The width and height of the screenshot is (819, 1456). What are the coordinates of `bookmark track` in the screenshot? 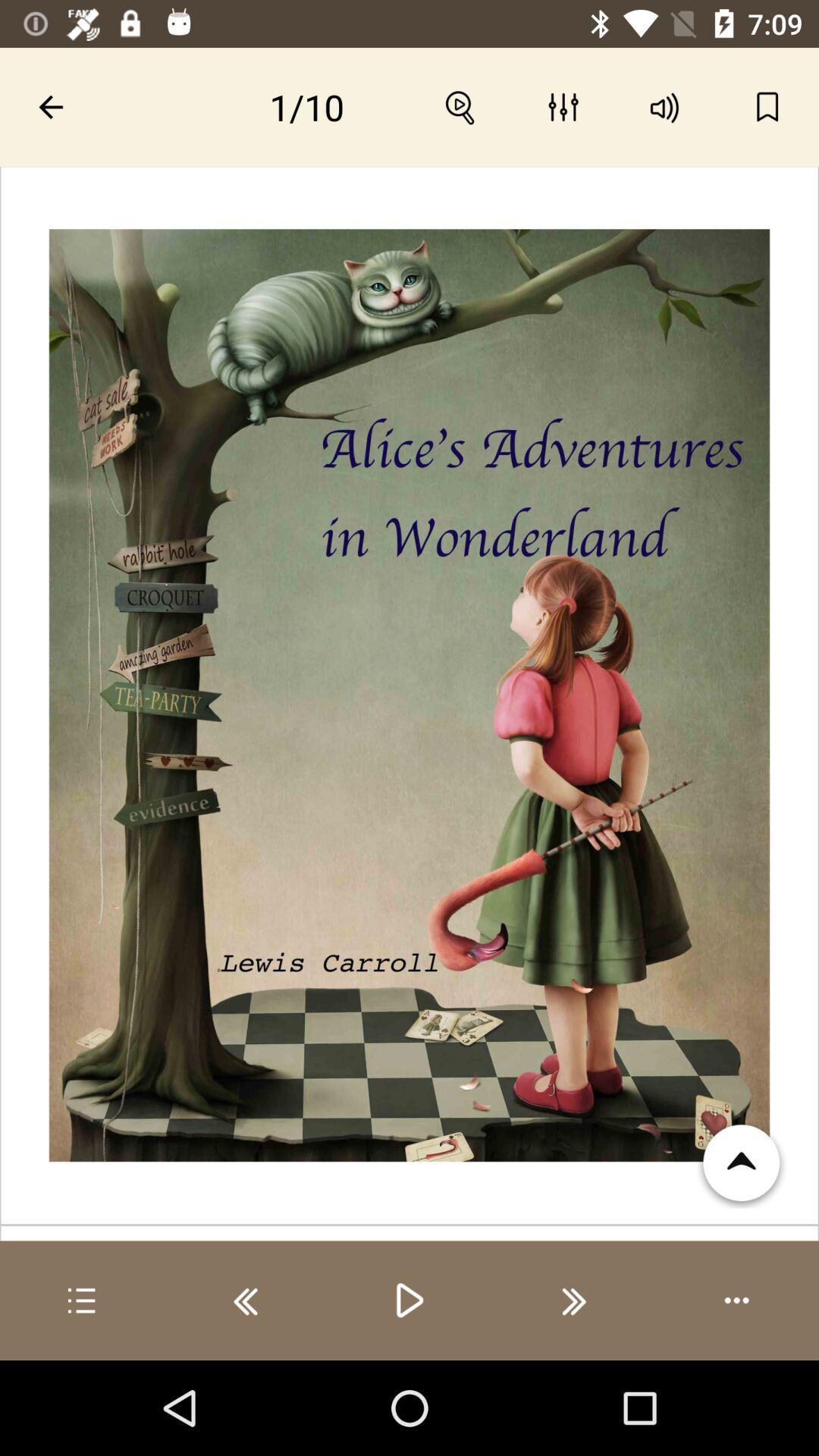 It's located at (767, 106).